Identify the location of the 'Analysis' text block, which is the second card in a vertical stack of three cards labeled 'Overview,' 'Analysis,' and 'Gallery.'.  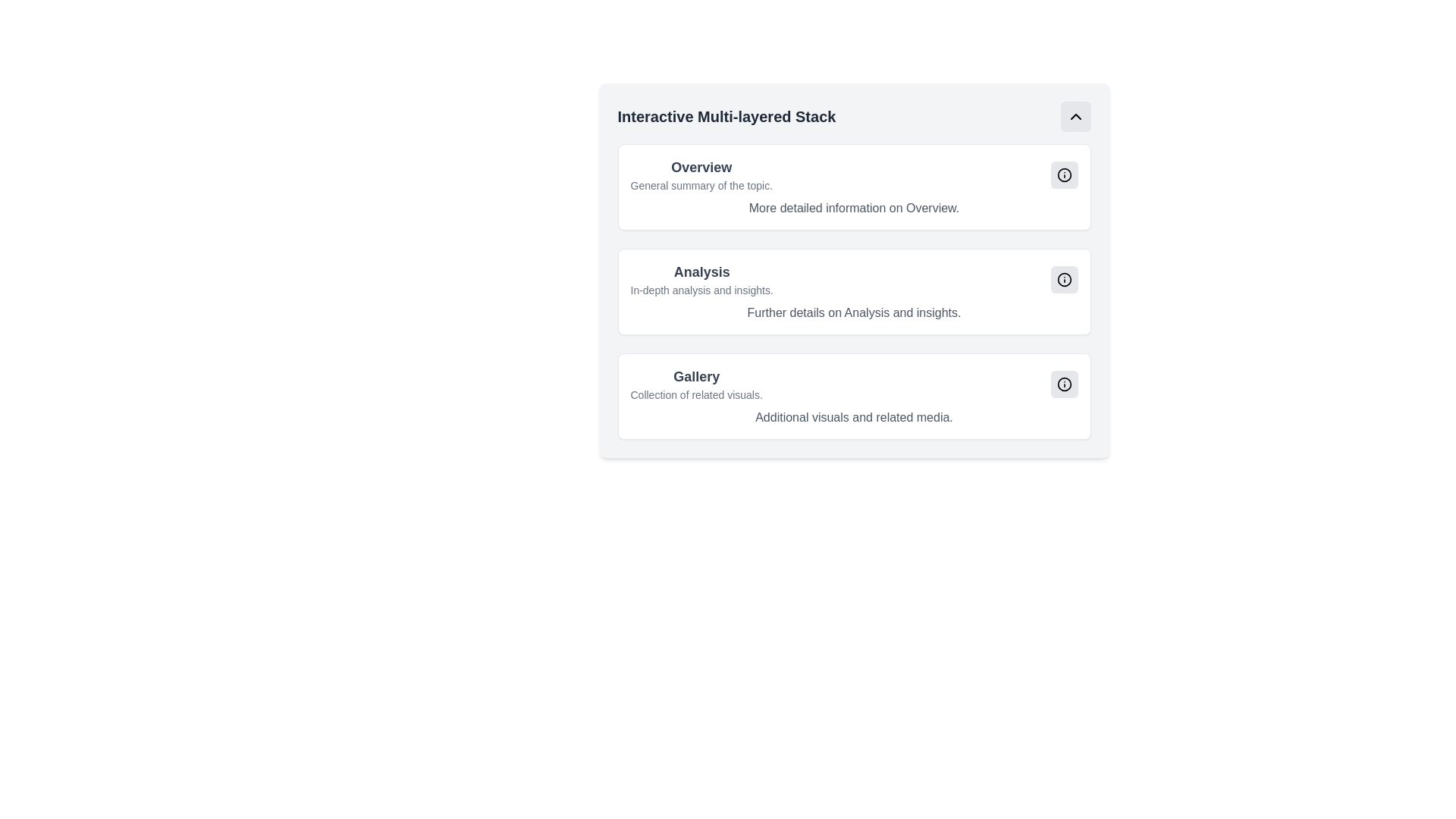
(701, 280).